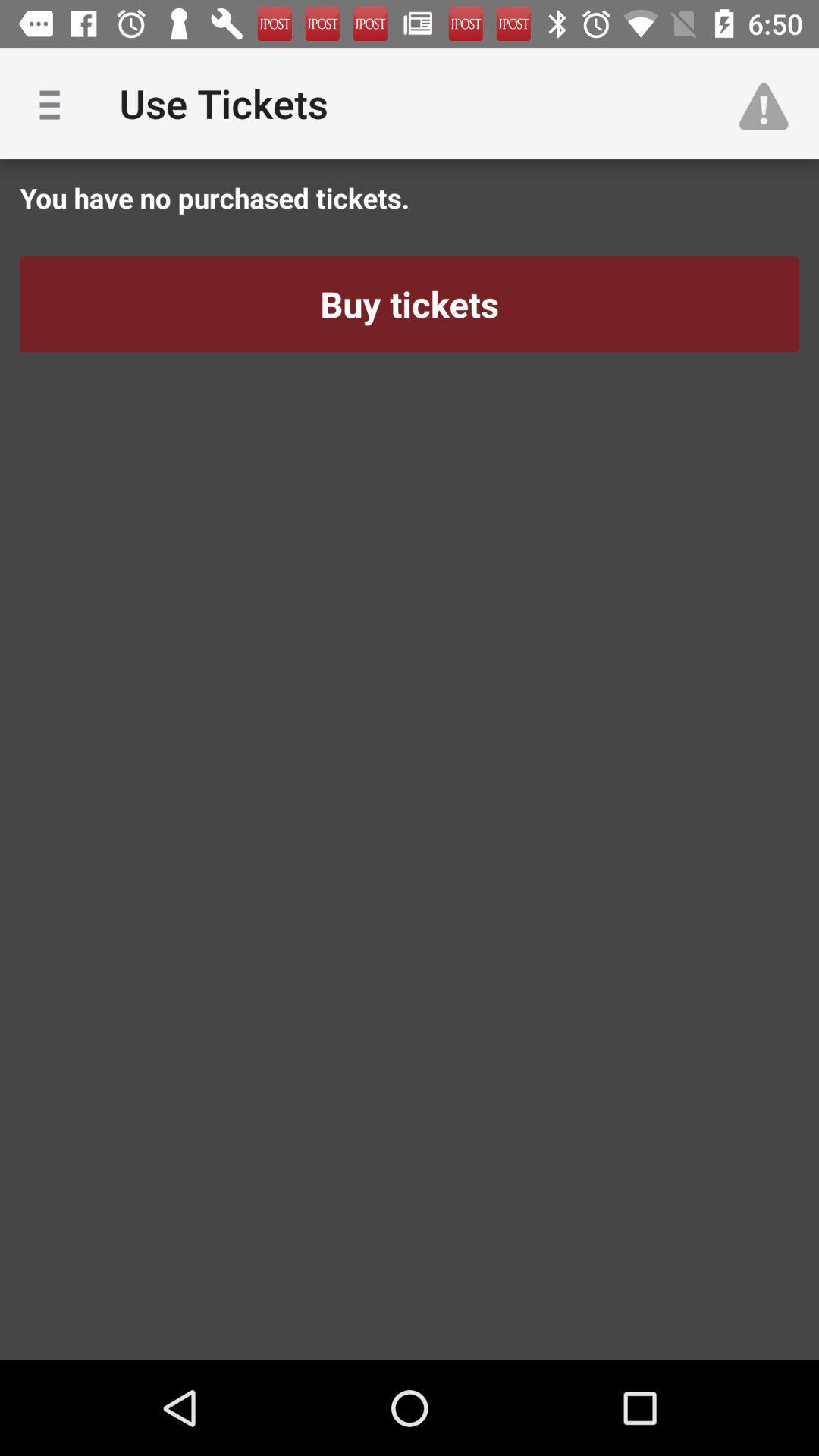 The height and width of the screenshot is (1456, 819). Describe the element at coordinates (55, 102) in the screenshot. I see `icon to the left of the use tickets icon` at that location.